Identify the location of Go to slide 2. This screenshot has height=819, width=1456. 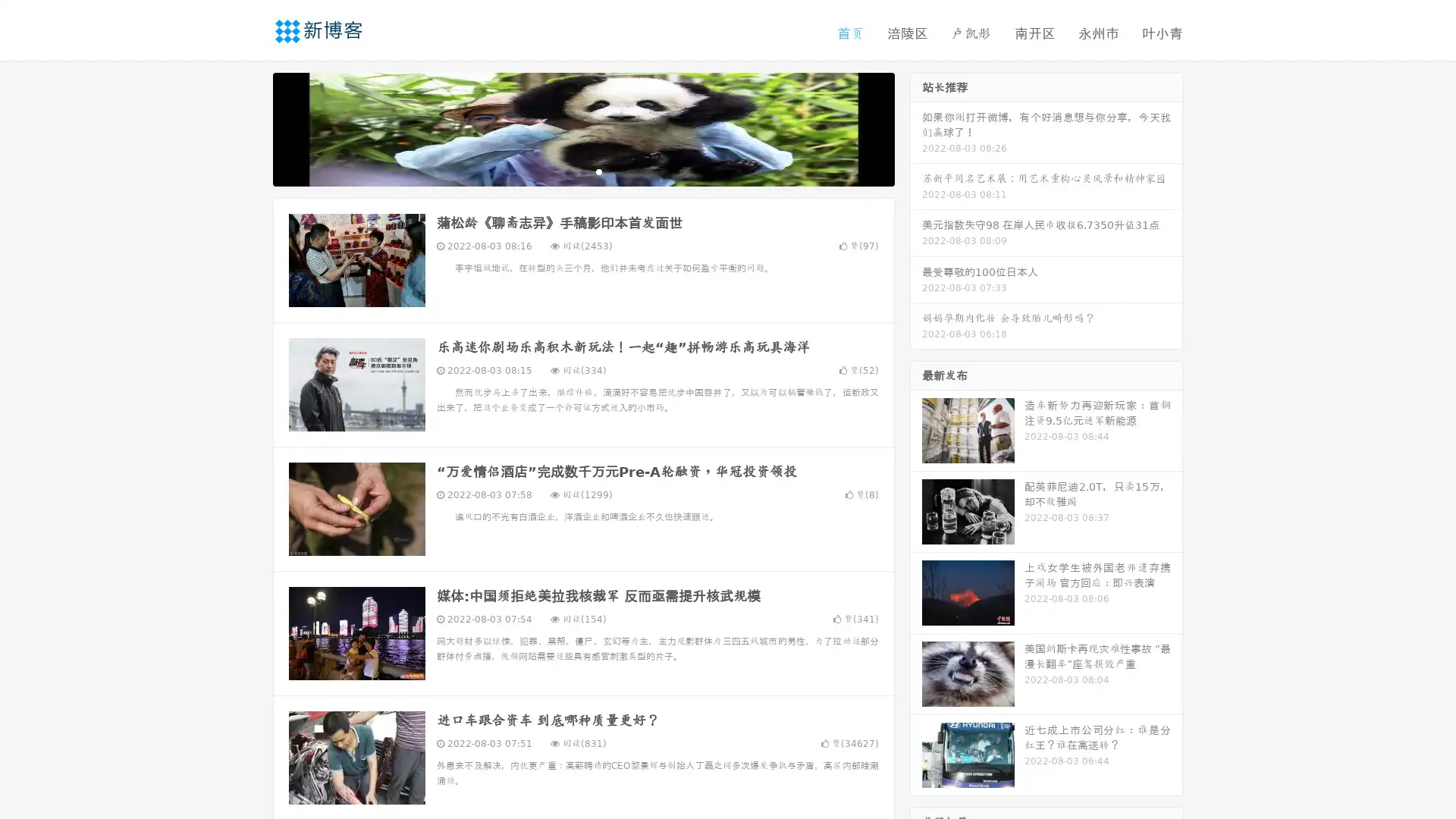
(582, 171).